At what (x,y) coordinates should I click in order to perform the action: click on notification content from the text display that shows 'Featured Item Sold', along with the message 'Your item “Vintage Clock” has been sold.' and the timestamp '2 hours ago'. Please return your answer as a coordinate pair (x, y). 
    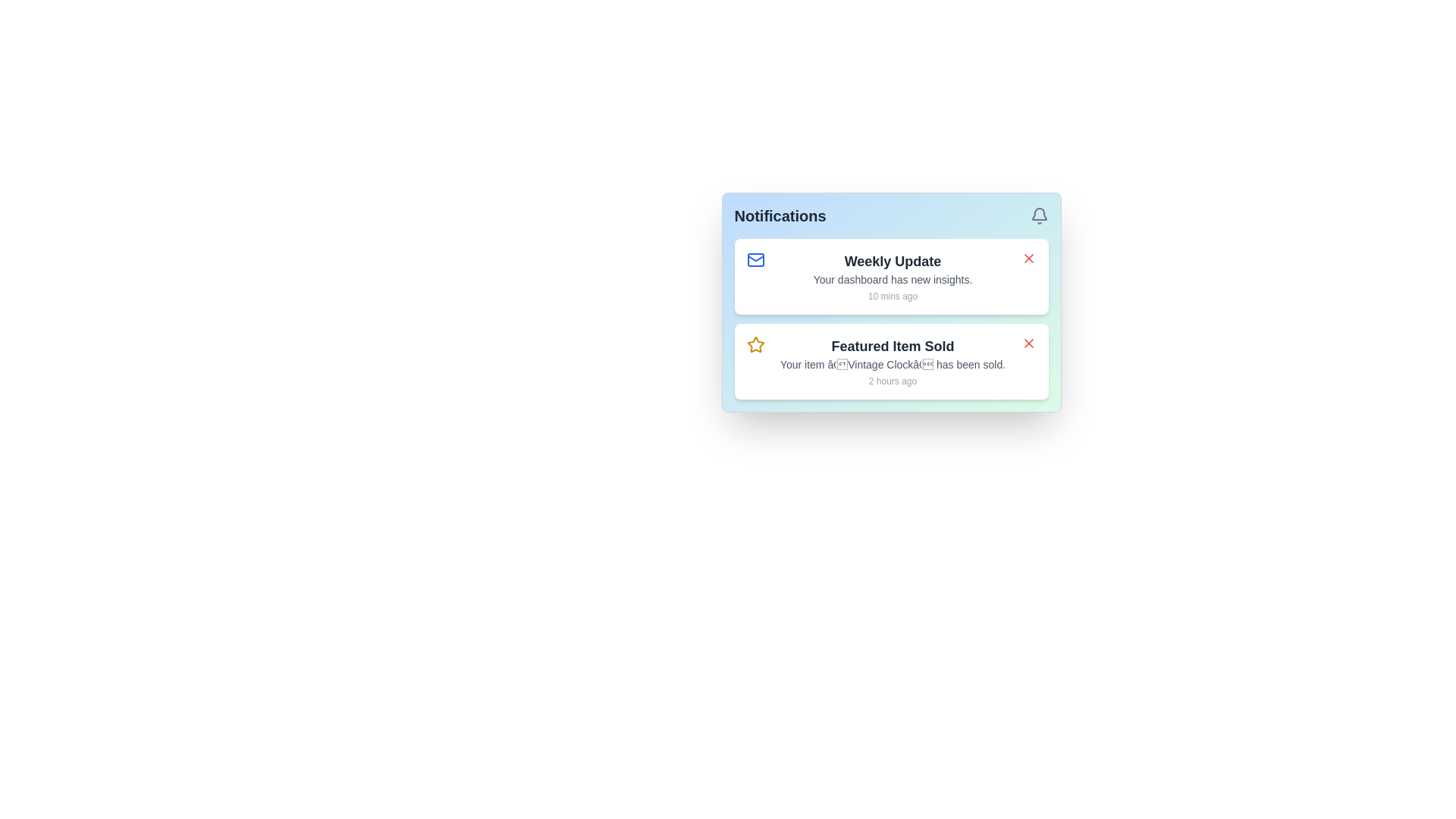
    Looking at the image, I should click on (893, 362).